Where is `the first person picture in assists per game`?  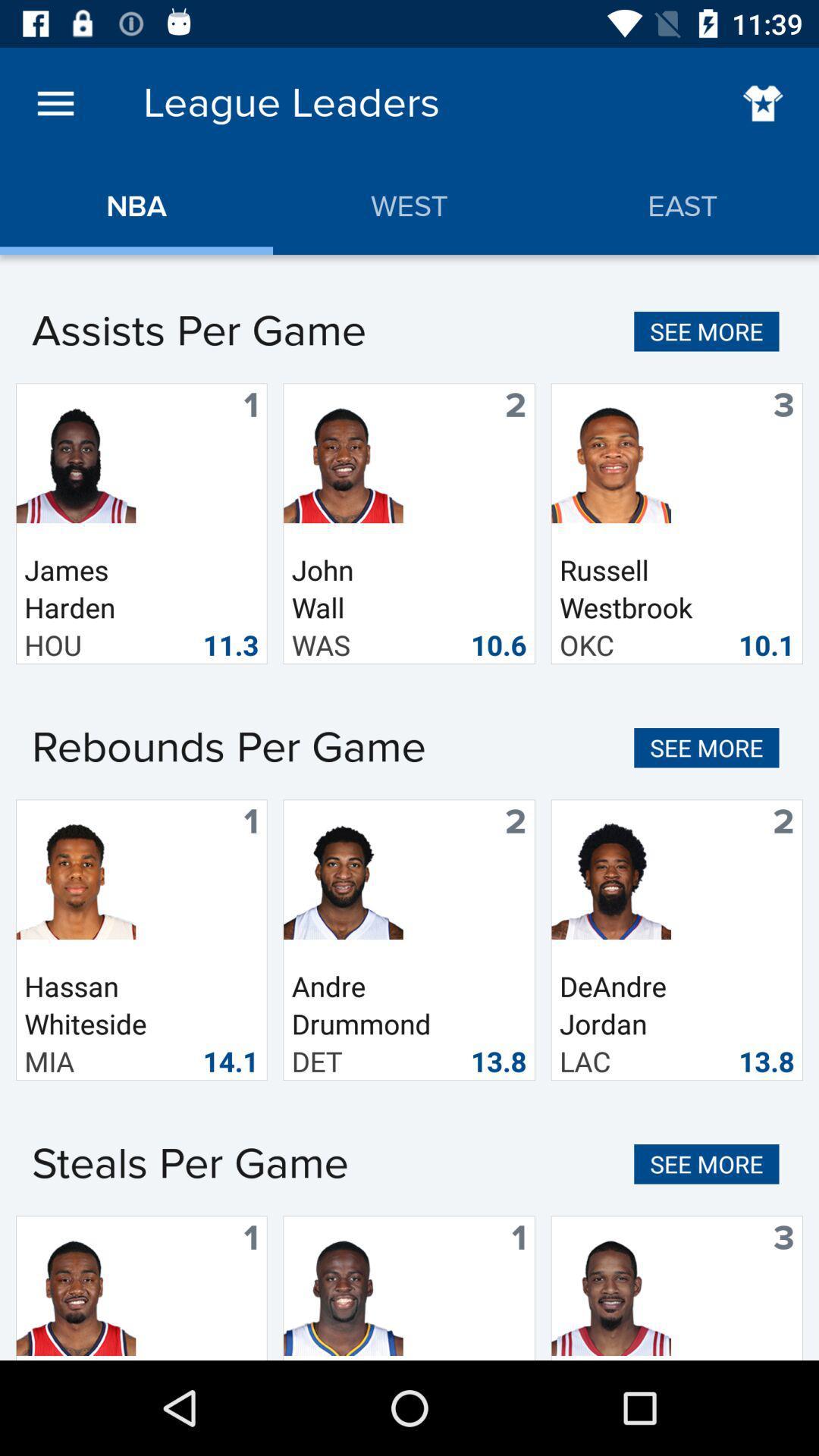 the first person picture in assists per game is located at coordinates (76, 462).